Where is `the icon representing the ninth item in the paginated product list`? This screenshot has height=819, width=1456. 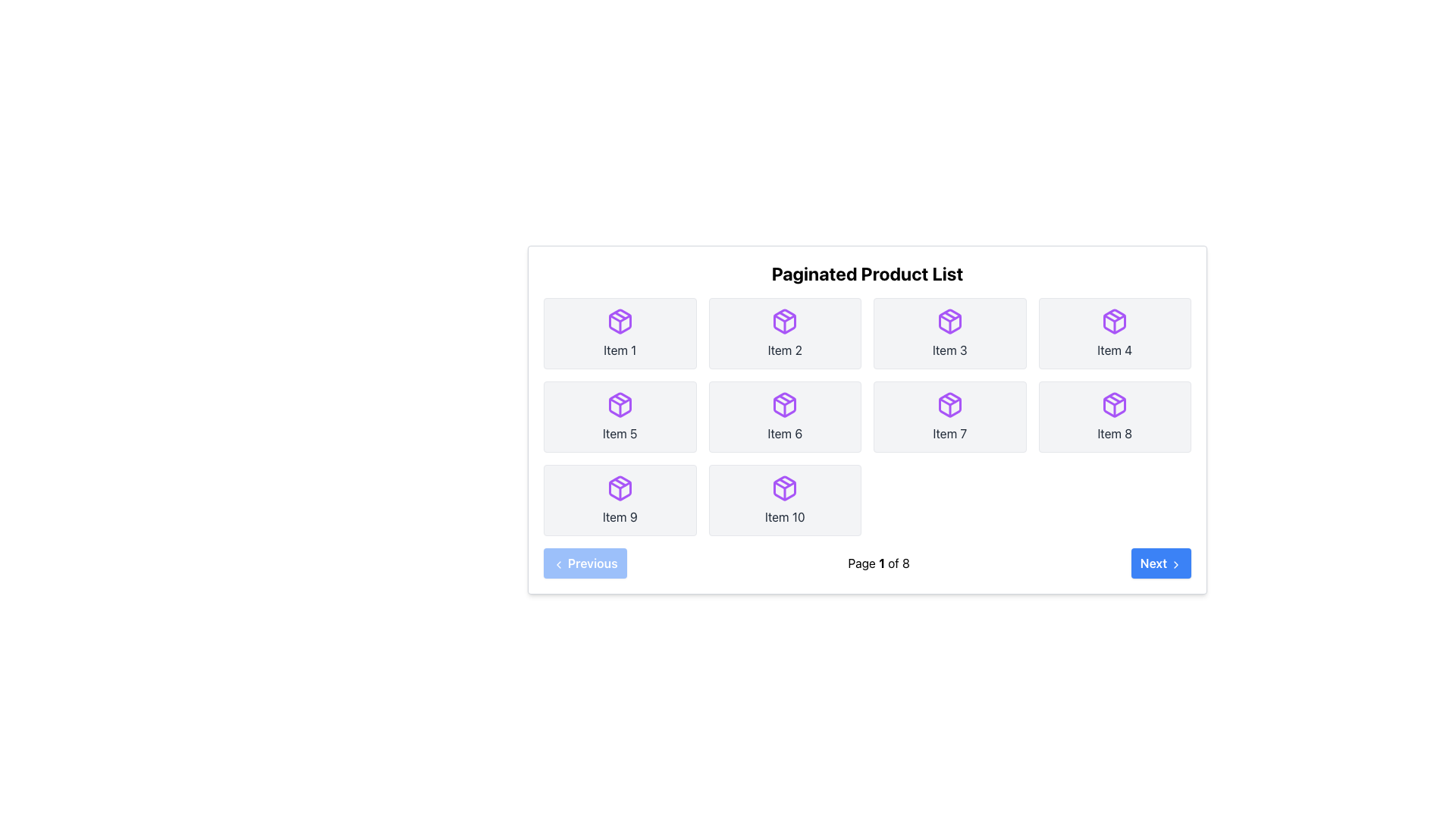 the icon representing the ninth item in the paginated product list is located at coordinates (620, 488).